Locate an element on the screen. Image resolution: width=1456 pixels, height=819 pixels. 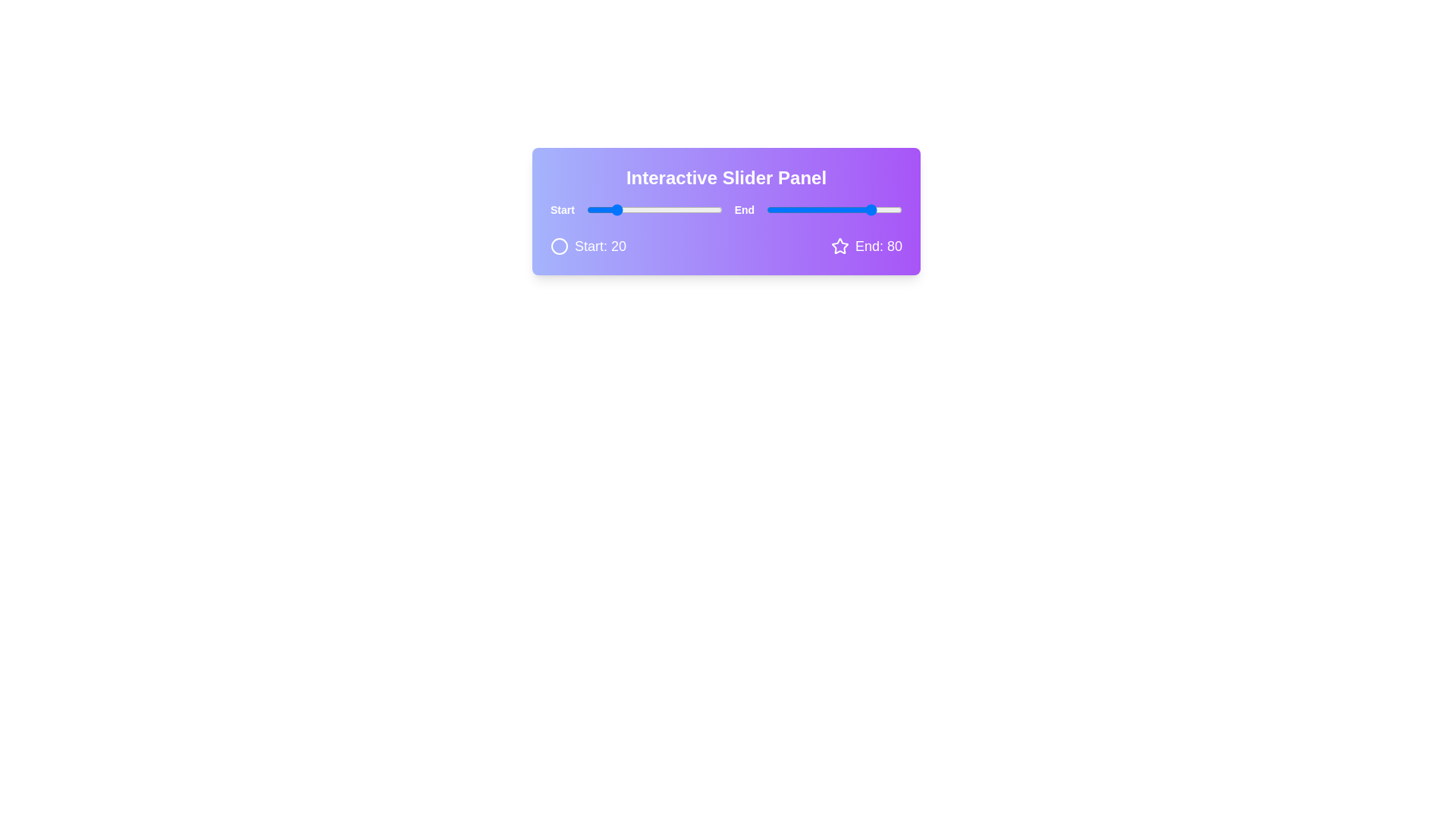
the handle of the second slider in the 'Interactive Slider Panel' is located at coordinates (833, 210).